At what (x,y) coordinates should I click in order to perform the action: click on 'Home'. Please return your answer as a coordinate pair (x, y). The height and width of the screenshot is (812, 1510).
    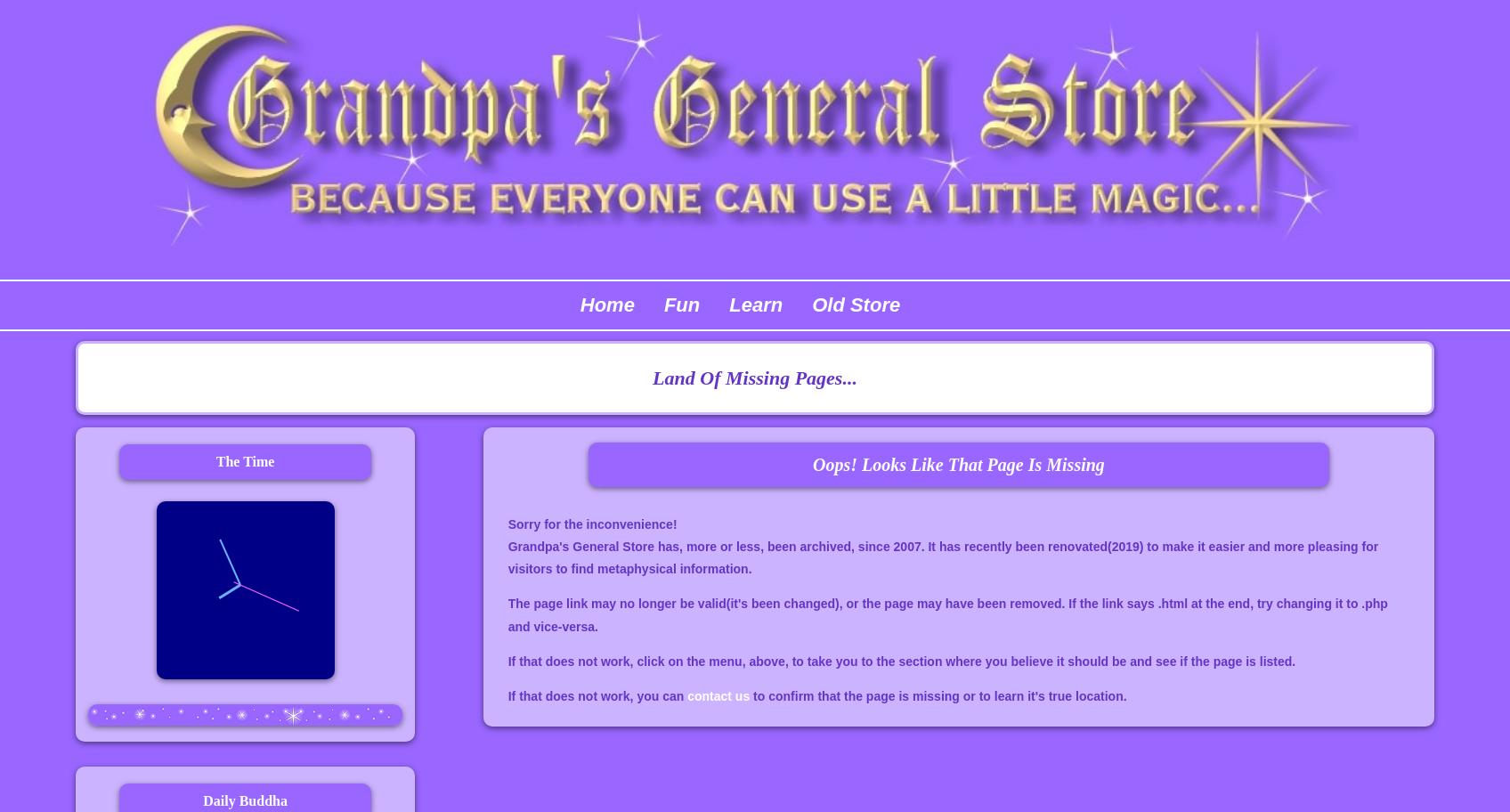
    Looking at the image, I should click on (605, 304).